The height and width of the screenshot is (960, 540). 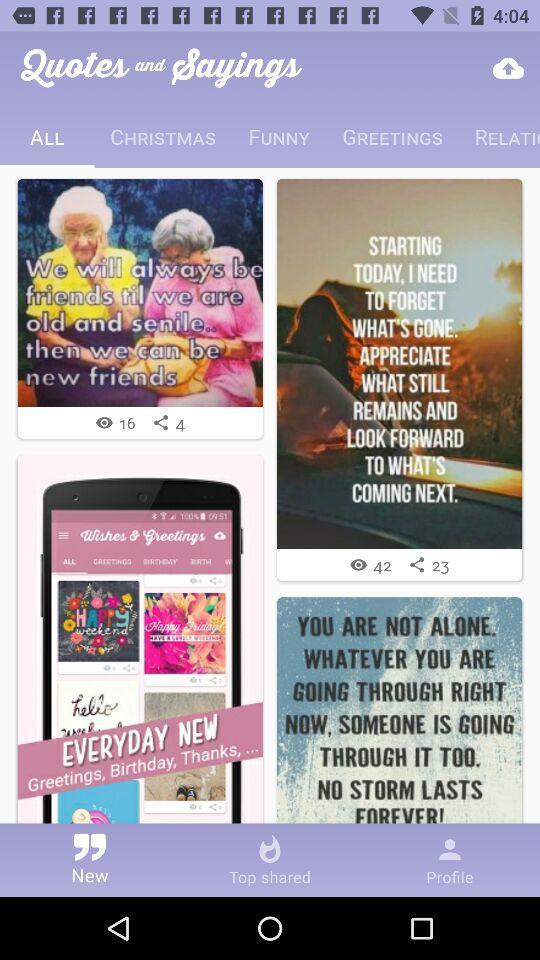 What do you see at coordinates (399, 362) in the screenshot?
I see `click on picture` at bounding box center [399, 362].